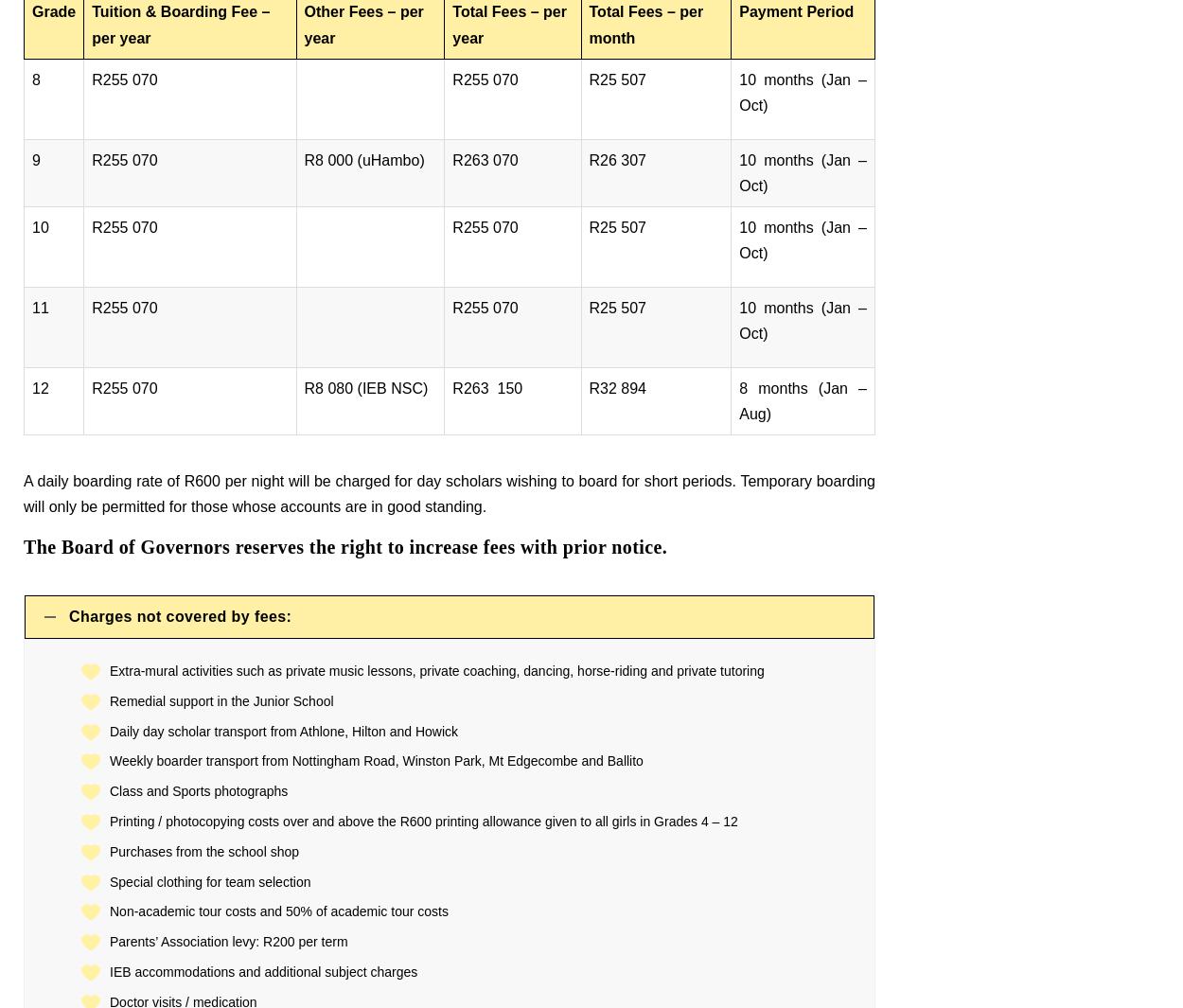  What do you see at coordinates (362, 23) in the screenshot?
I see `'Other Fees – per year'` at bounding box center [362, 23].